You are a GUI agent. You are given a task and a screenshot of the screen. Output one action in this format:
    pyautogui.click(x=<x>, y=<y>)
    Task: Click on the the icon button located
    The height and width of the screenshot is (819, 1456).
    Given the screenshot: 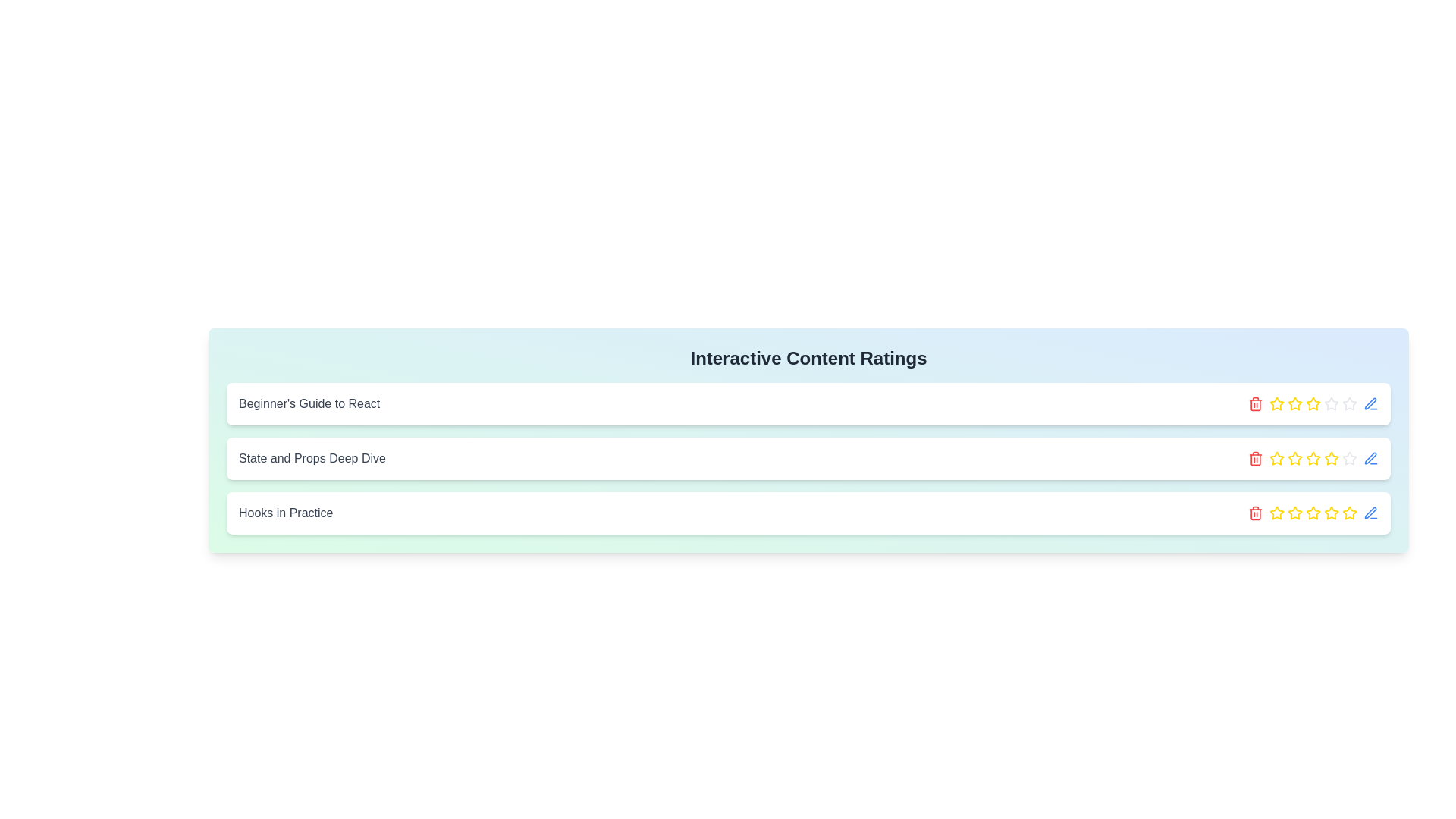 What is the action you would take?
    pyautogui.click(x=1371, y=513)
    